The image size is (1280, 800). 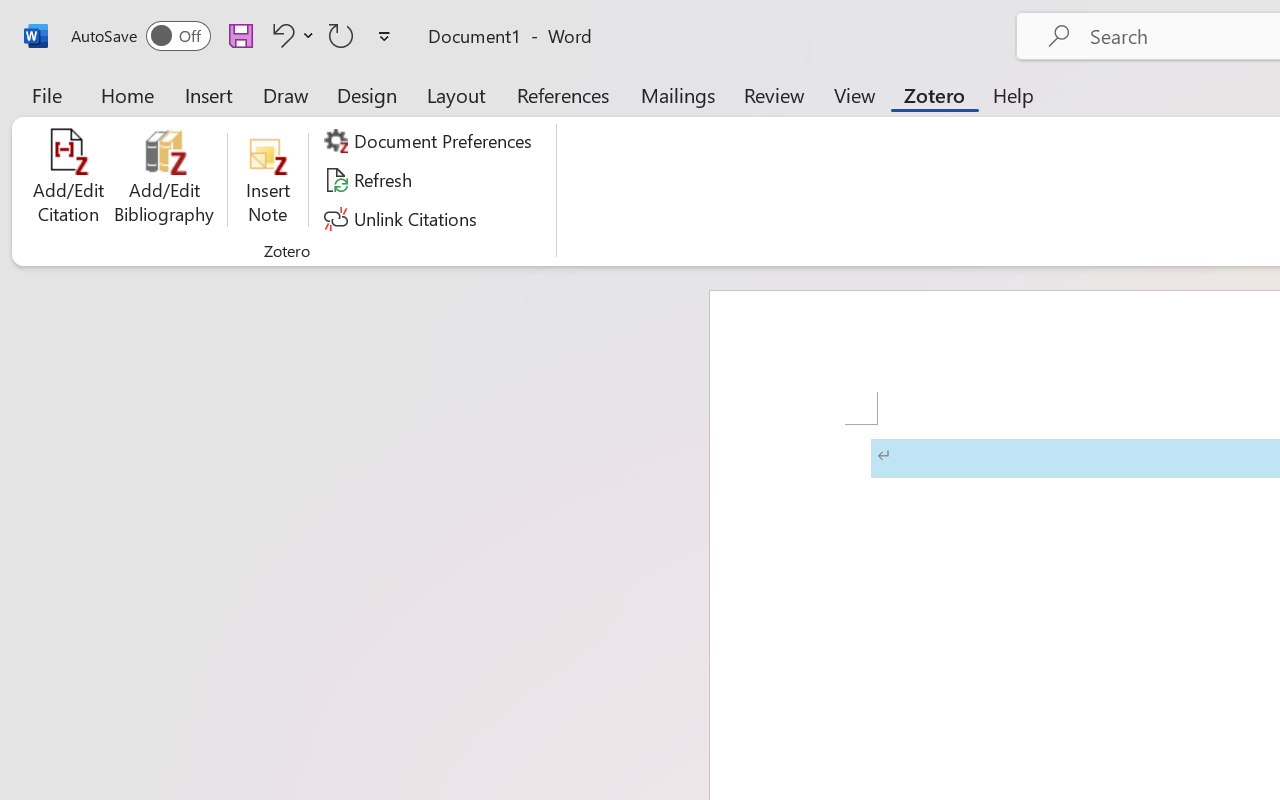 I want to click on 'Add/Edit Bibliography', so click(x=164, y=179).